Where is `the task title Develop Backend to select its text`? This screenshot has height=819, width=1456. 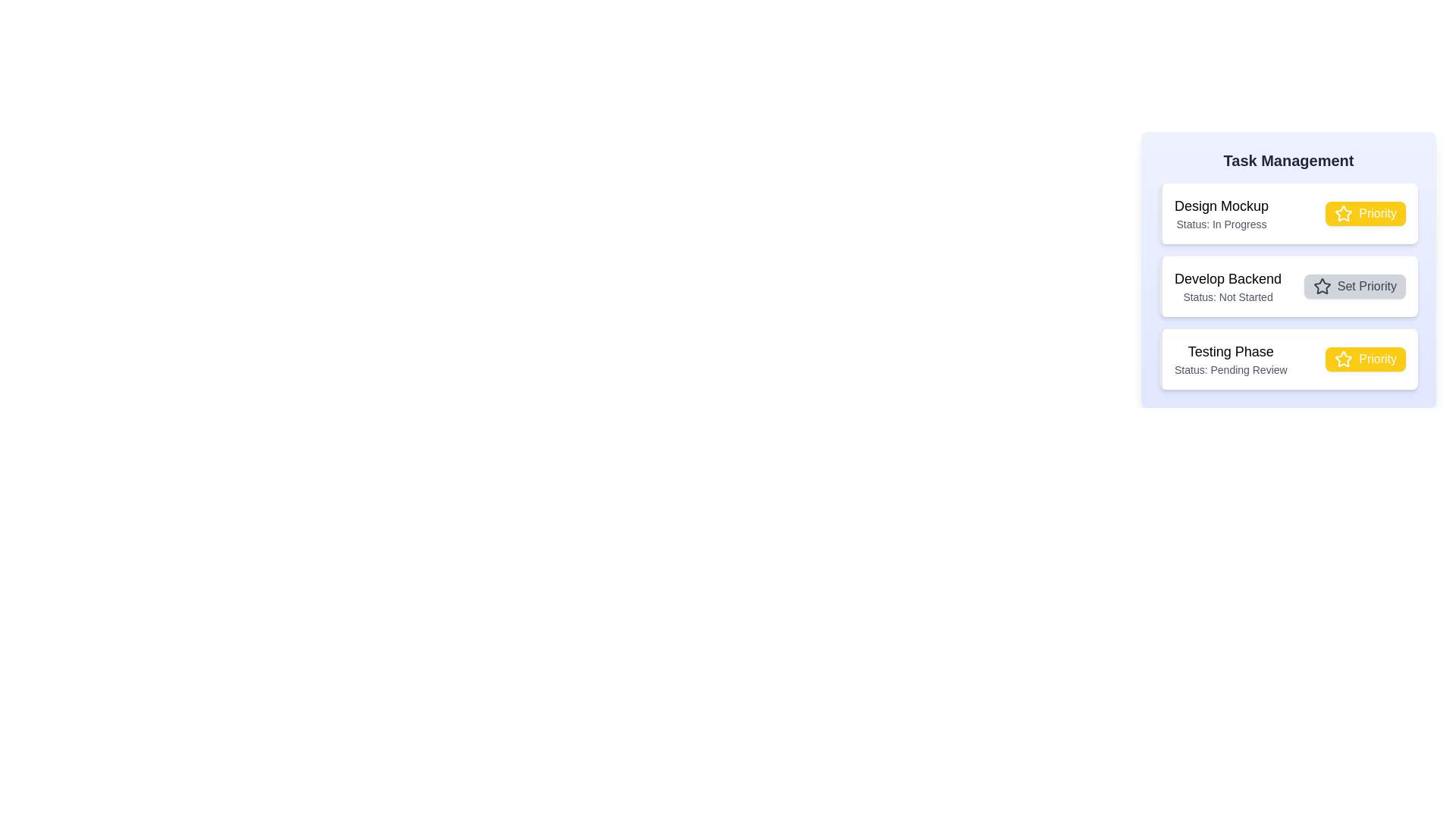 the task title Develop Backend to select its text is located at coordinates (1228, 278).